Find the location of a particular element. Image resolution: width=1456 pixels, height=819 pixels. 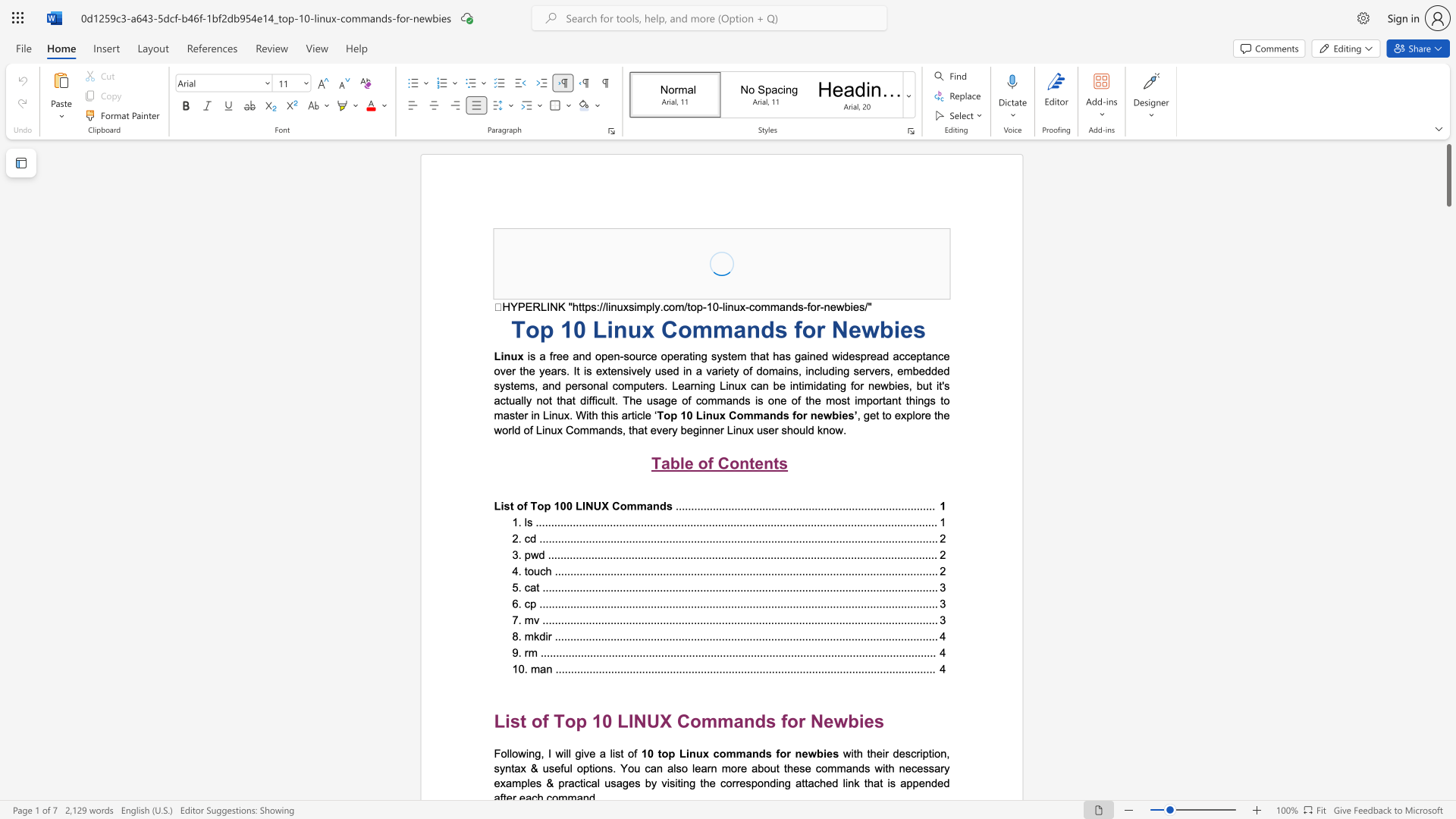

the scrollbar to scroll the page down is located at coordinates (1448, 332).